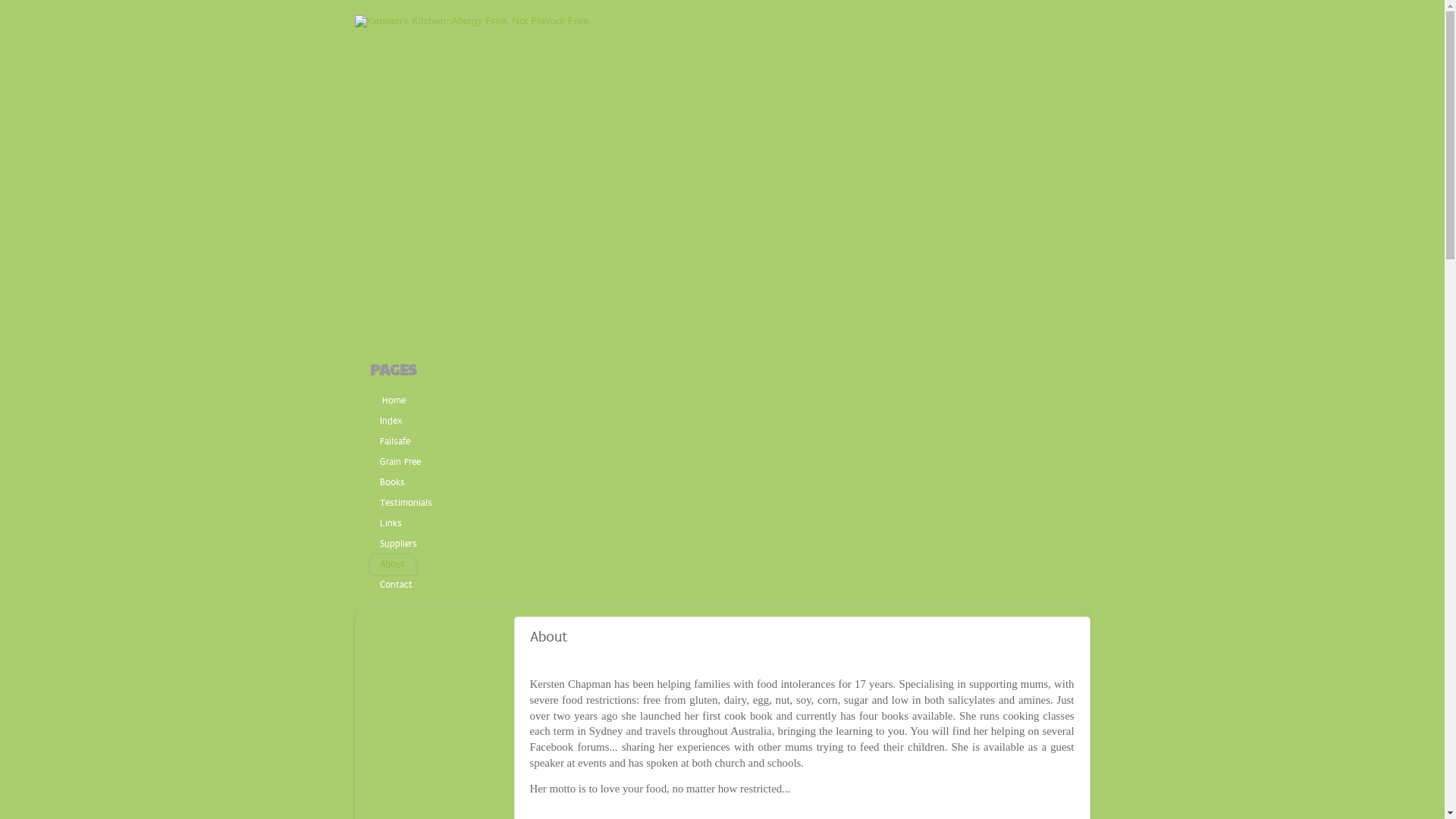 This screenshot has height=819, width=1456. What do you see at coordinates (395, 441) in the screenshot?
I see `'Failsafe'` at bounding box center [395, 441].